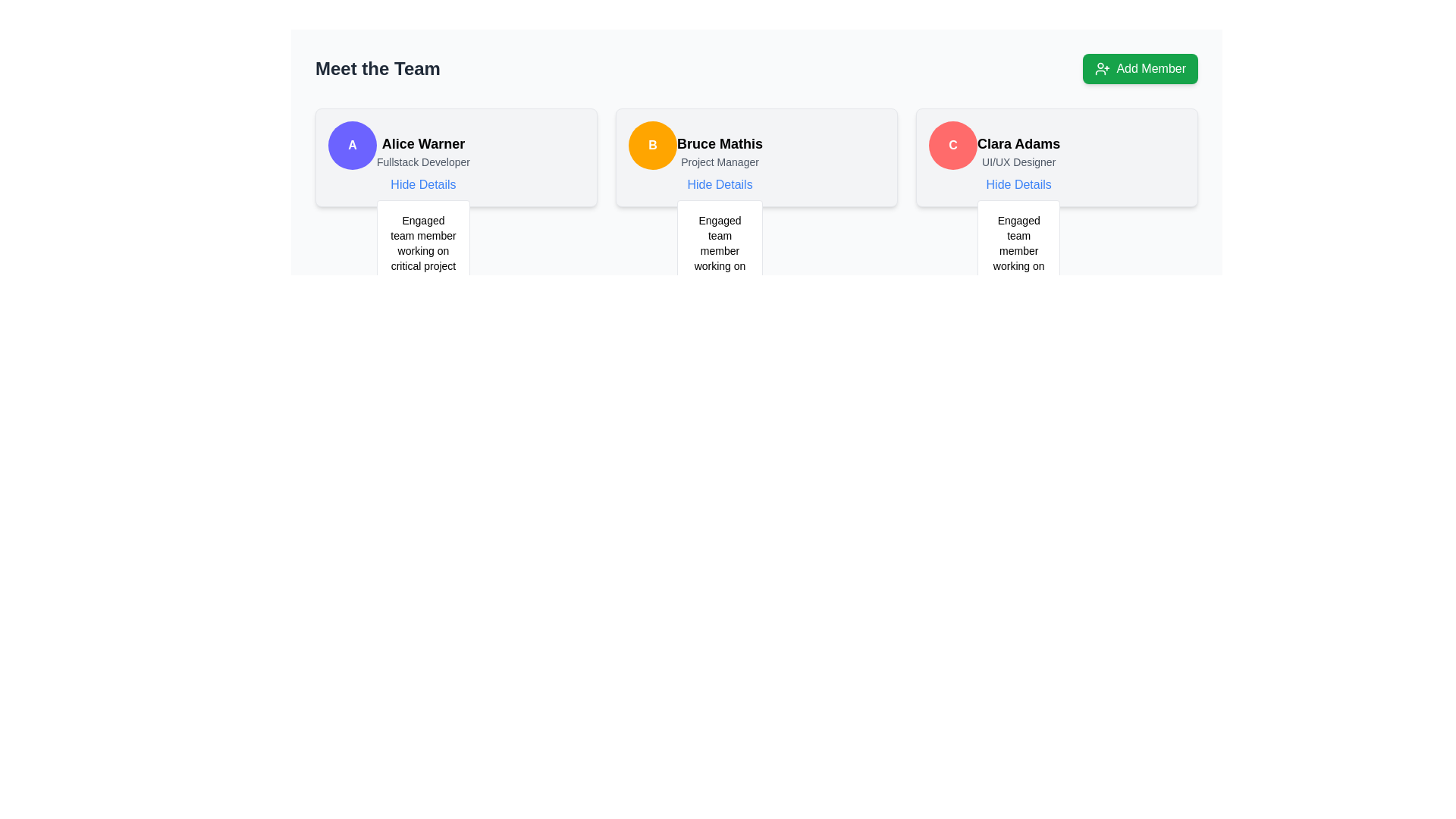 The height and width of the screenshot is (819, 1456). I want to click on the avatar representing Clara Adams, the UI/UX Designer, located at the top-left corner of her profile card, so click(952, 146).